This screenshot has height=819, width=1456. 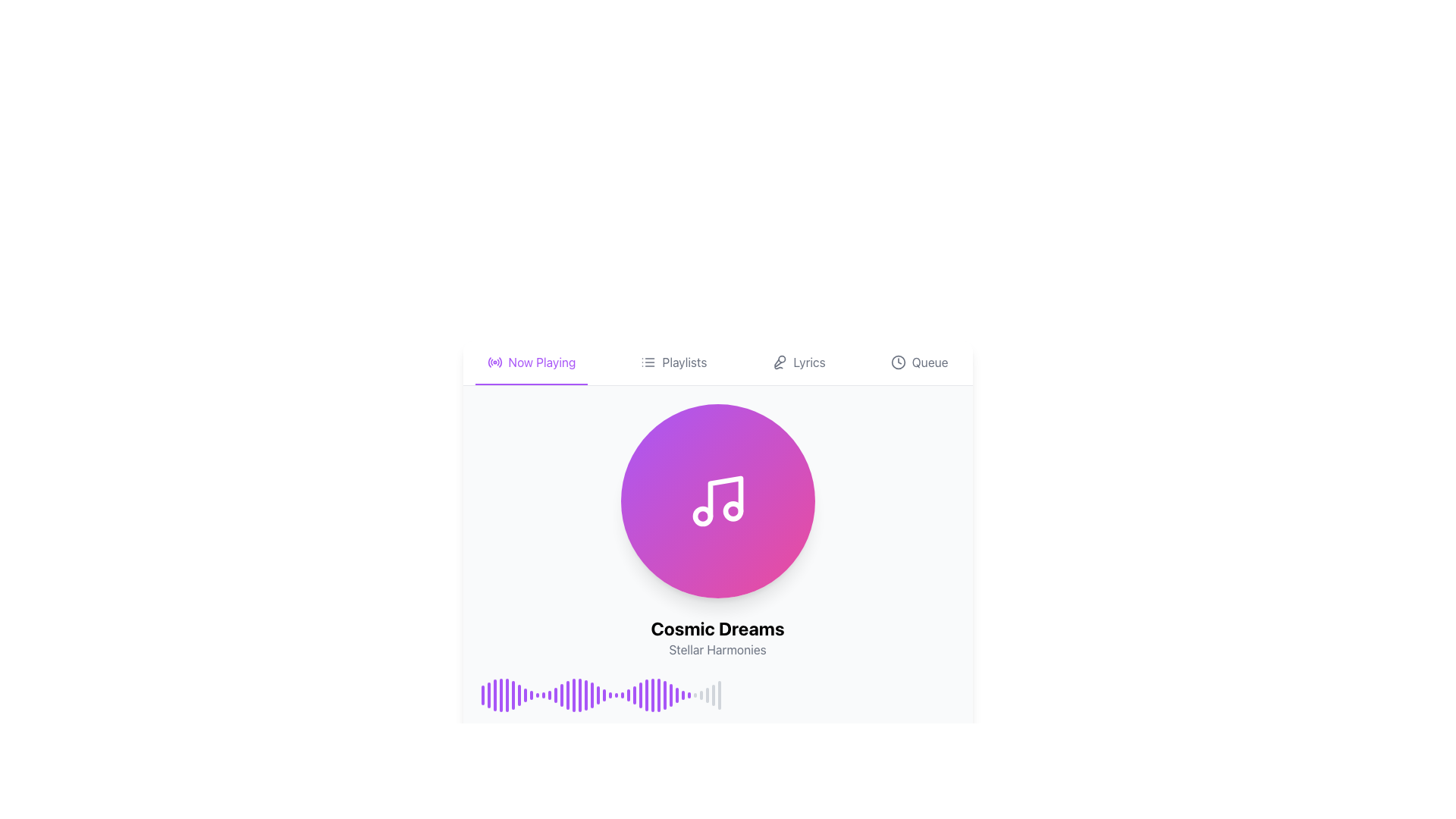 What do you see at coordinates (622, 695) in the screenshot?
I see `the visual representation of the 25th Waveform bar in the waveform visualization, which indicates audio dynamics` at bounding box center [622, 695].